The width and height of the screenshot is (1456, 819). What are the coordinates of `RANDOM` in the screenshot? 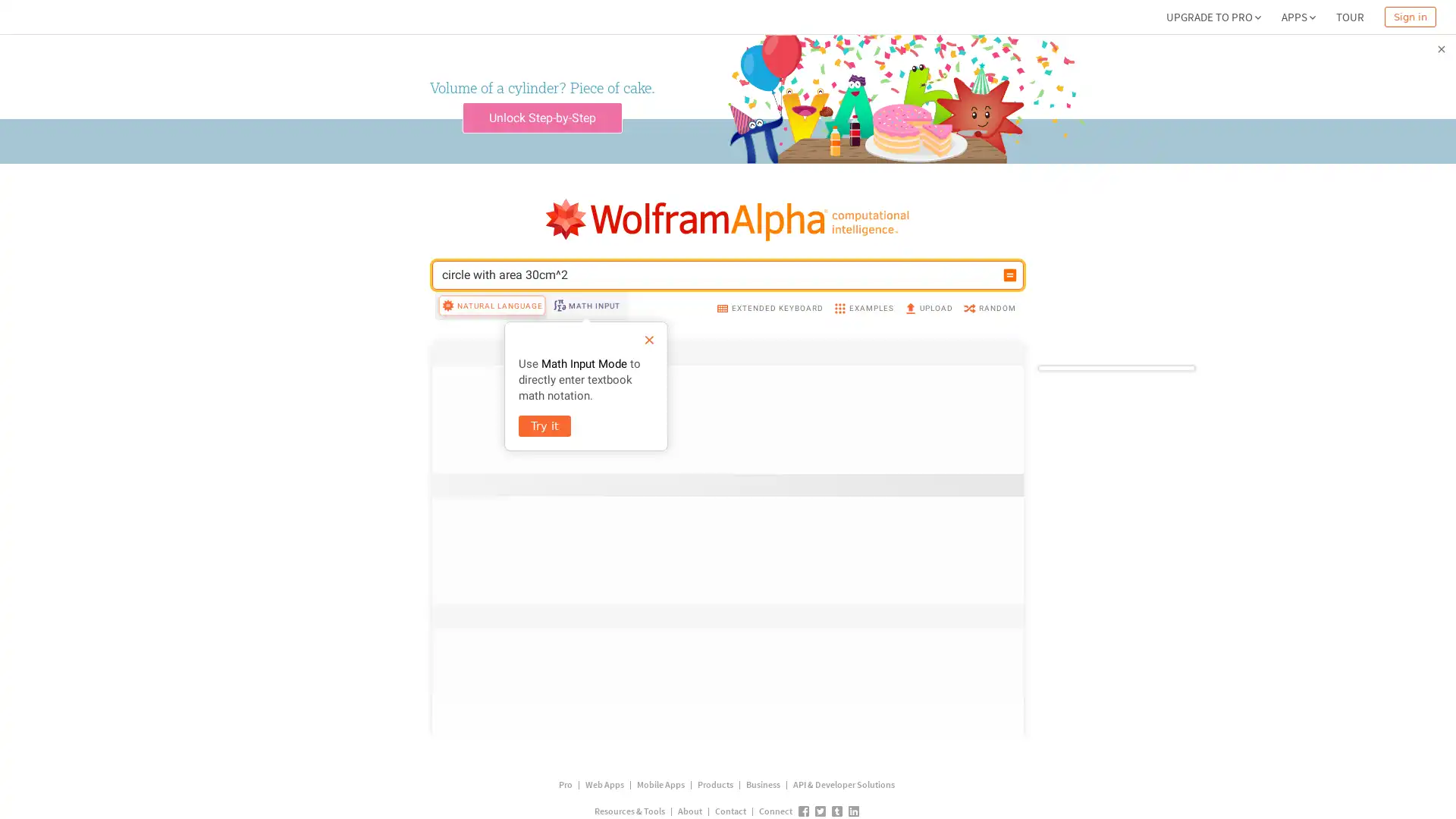 It's located at (989, 307).